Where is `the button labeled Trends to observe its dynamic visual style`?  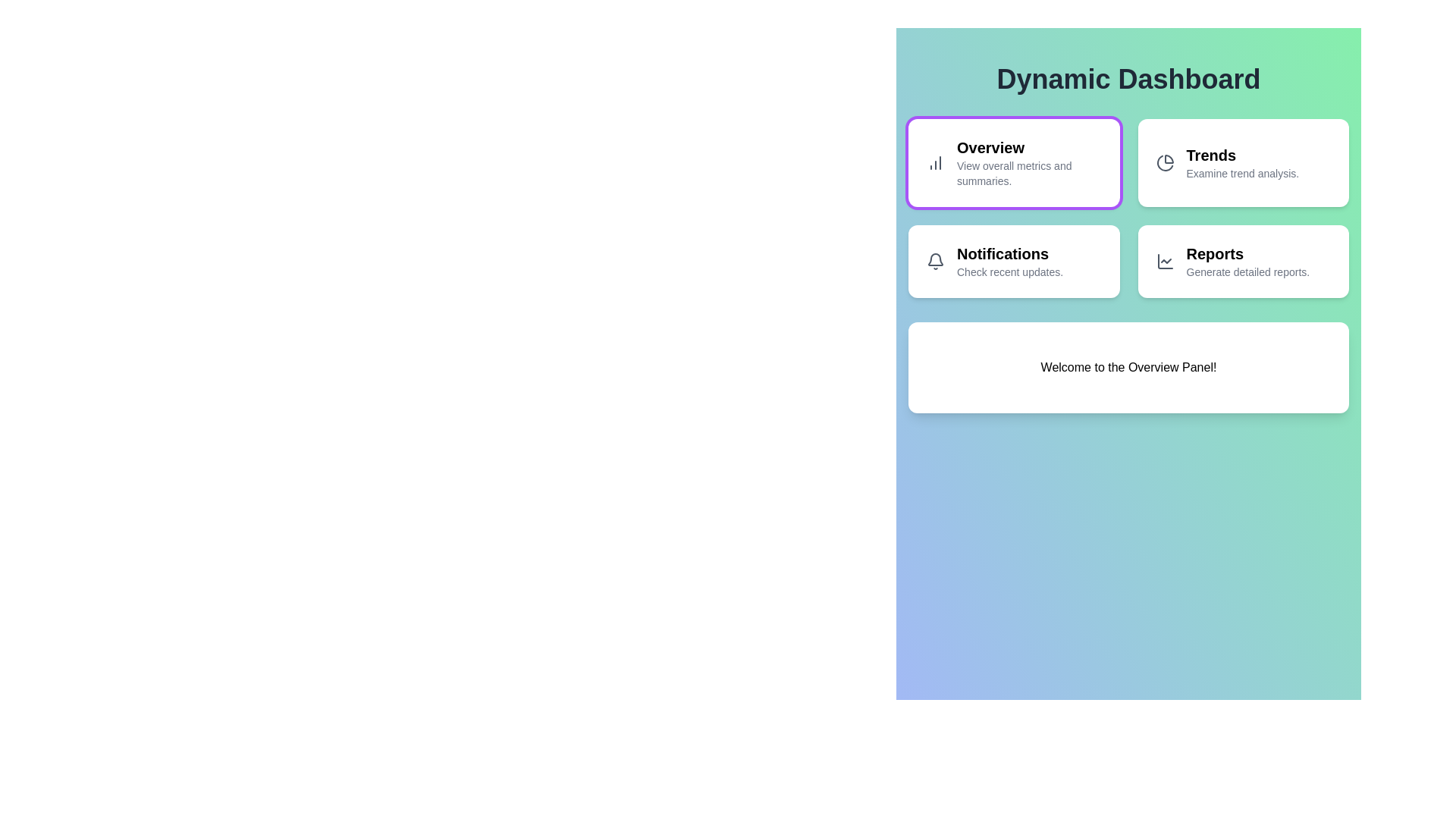 the button labeled Trends to observe its dynamic visual style is located at coordinates (1243, 163).